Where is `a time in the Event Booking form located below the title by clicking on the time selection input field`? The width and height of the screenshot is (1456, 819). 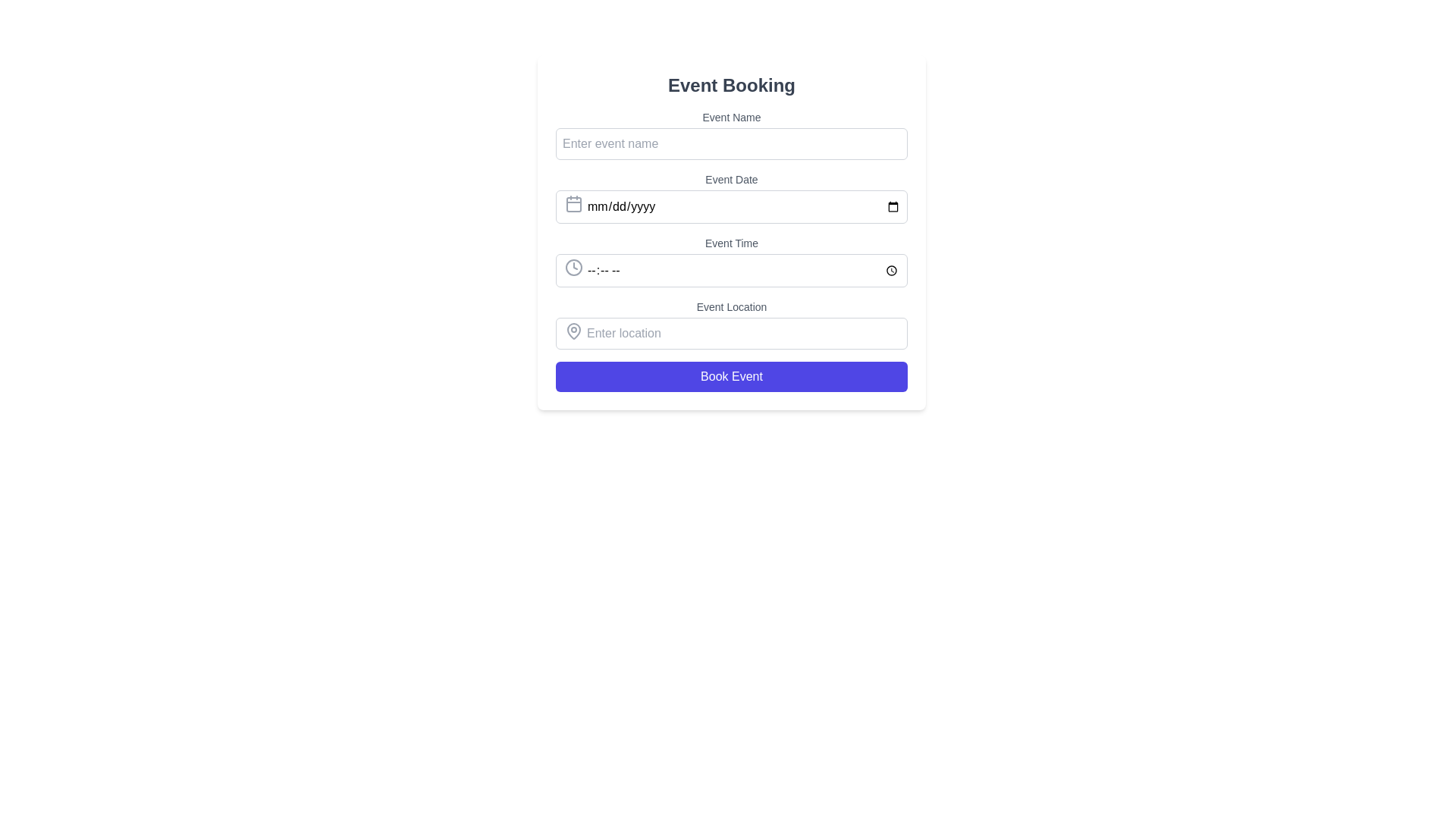 a time in the Event Booking form located below the title by clicking on the time selection input field is located at coordinates (731, 250).